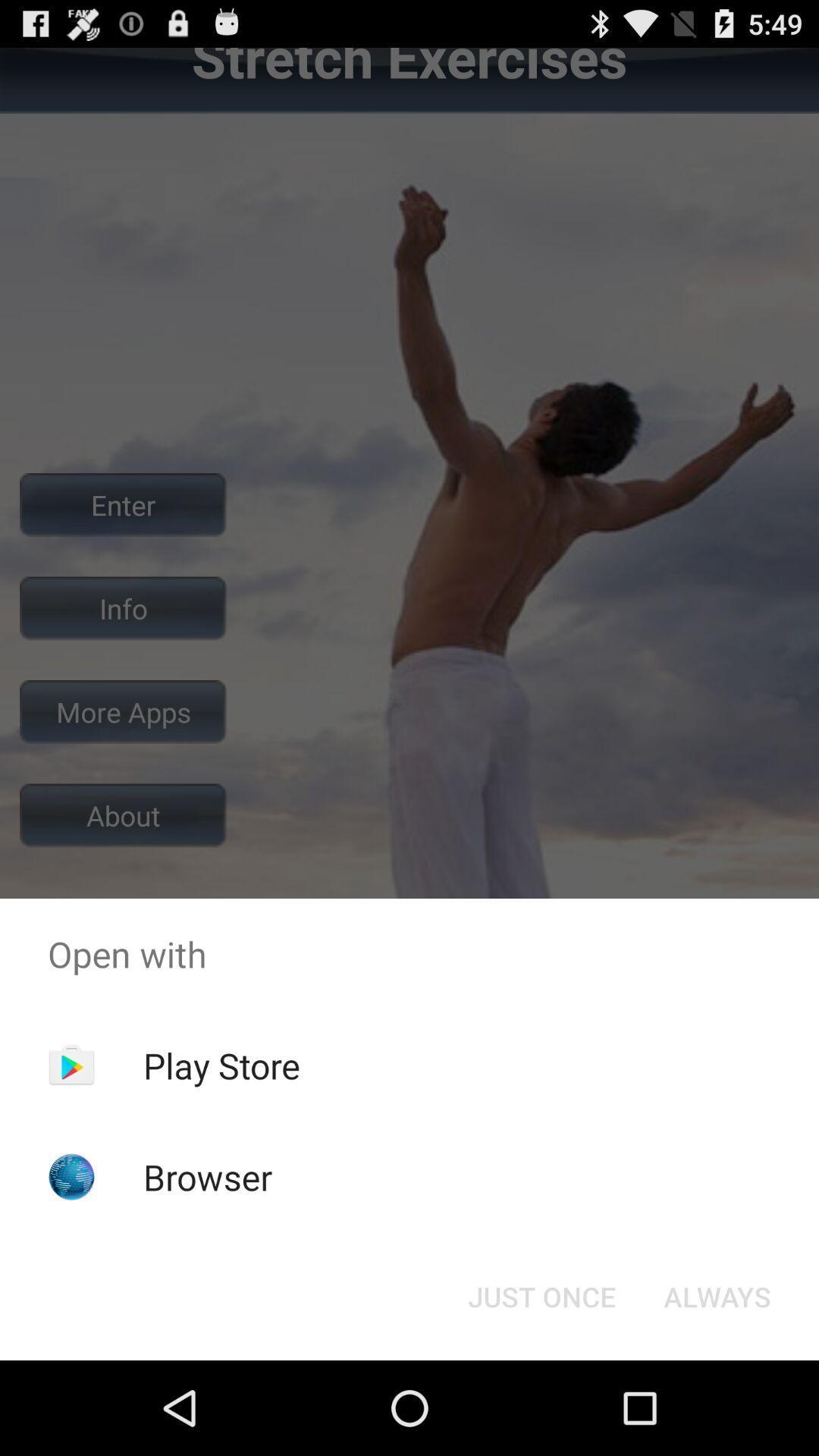  Describe the element at coordinates (717, 1295) in the screenshot. I see `the icon to the right of the just once button` at that location.